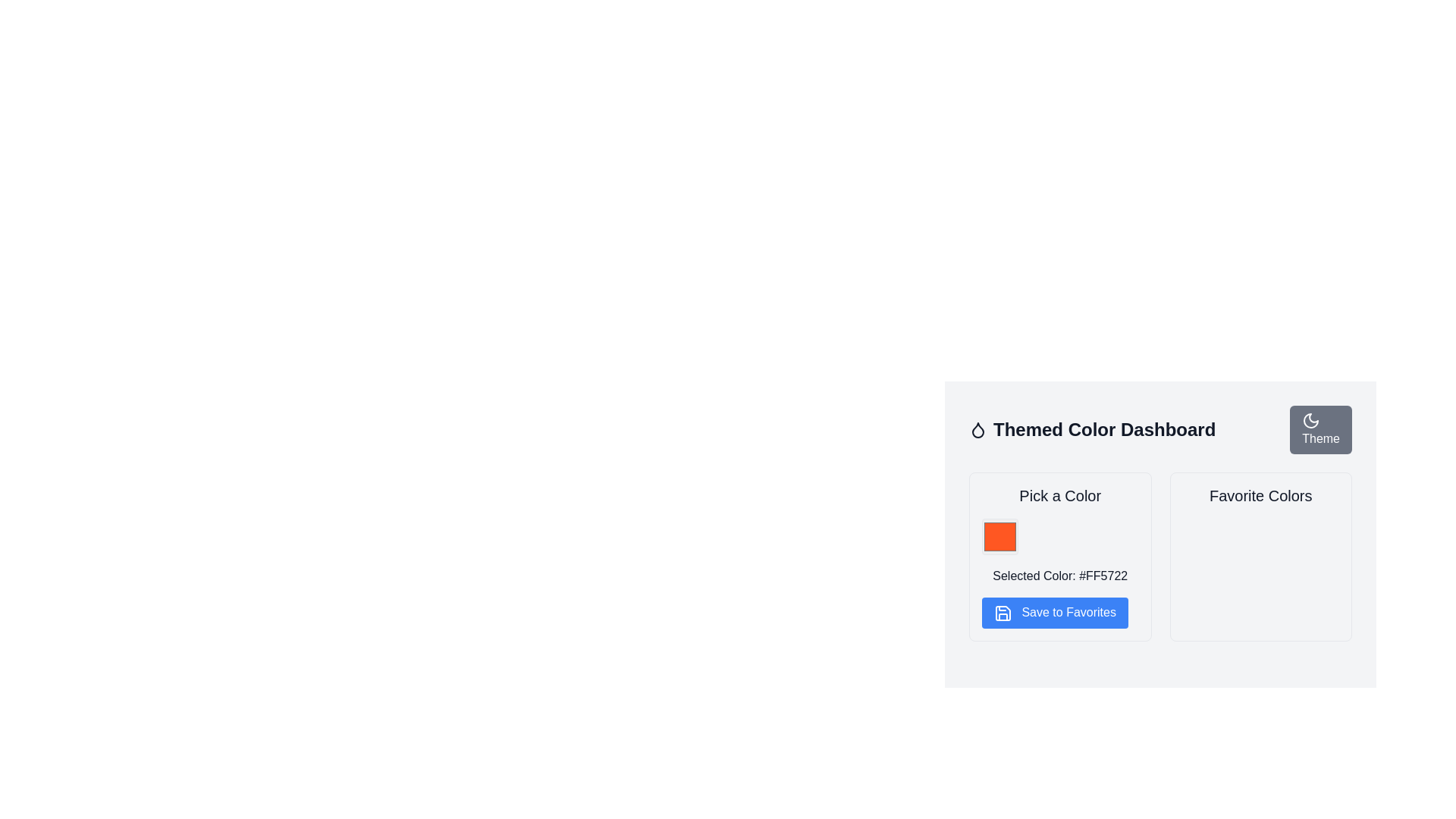 This screenshot has width=1456, height=819. I want to click on the text label that displays the currently selected color in HEX format, located below the color-selection area and between the color block and the 'Save to Favorites' button, so click(1059, 576).